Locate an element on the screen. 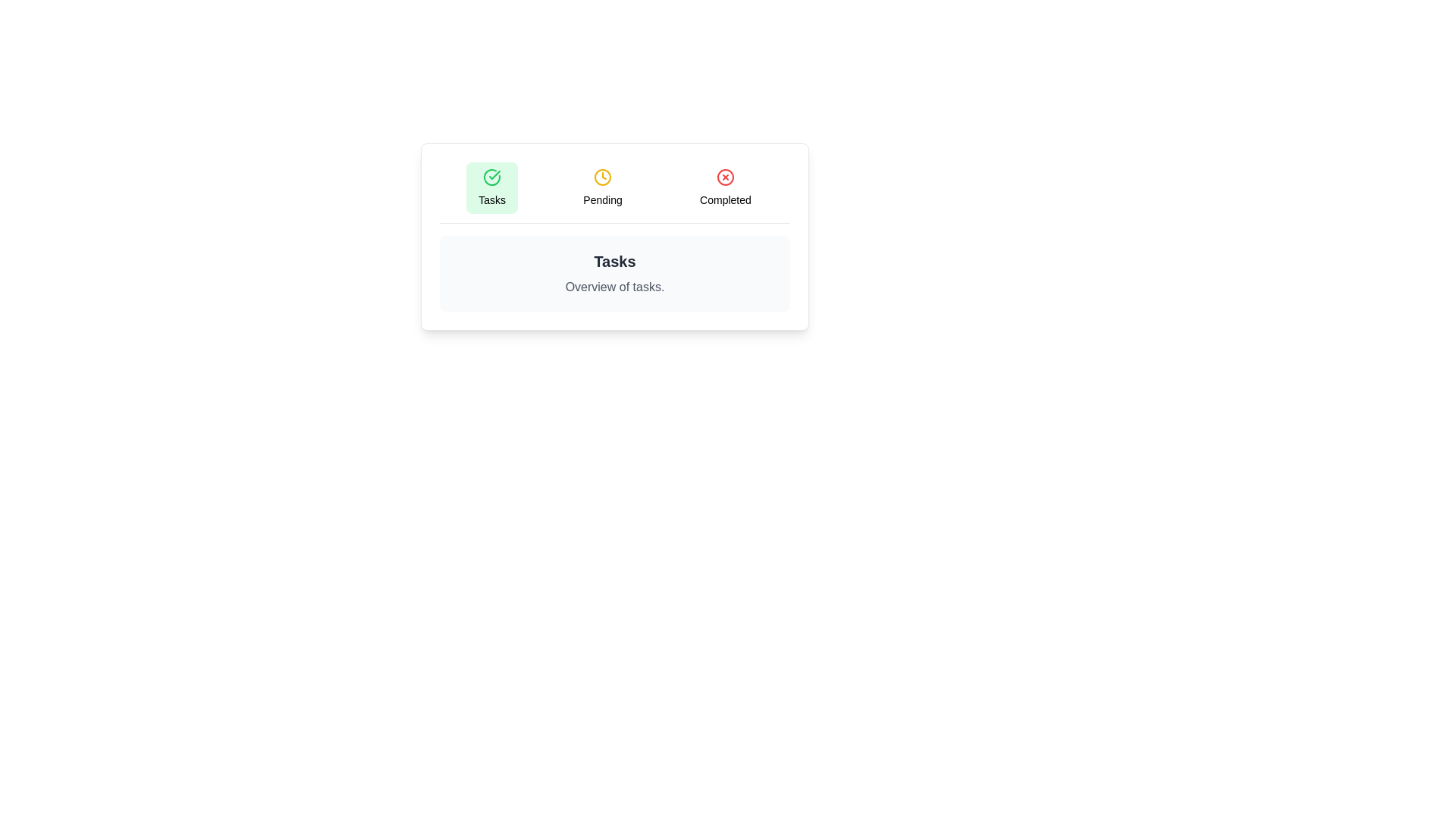  the tab labeled Completed is located at coordinates (724, 187).